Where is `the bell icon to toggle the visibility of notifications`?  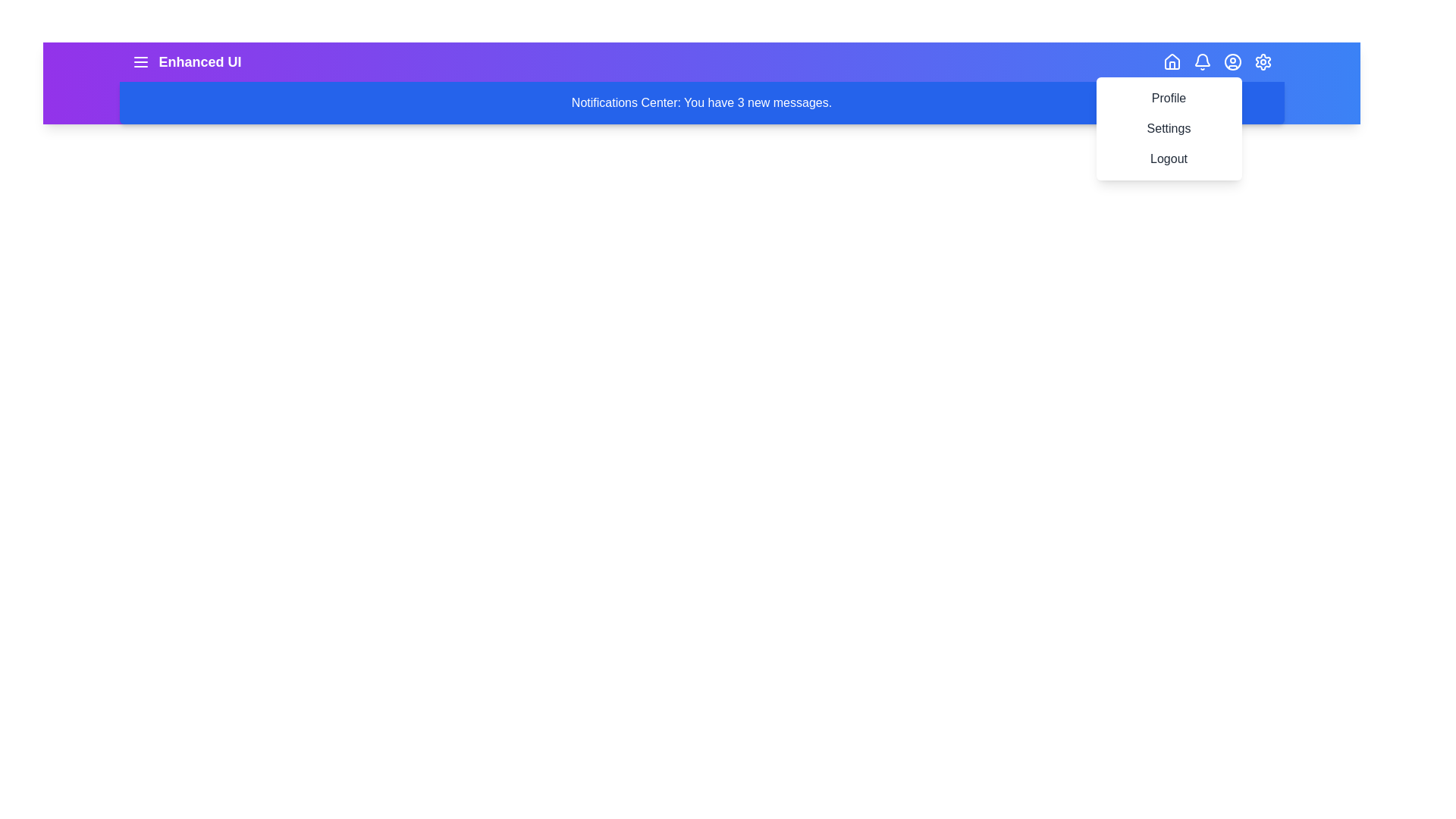
the bell icon to toggle the visibility of notifications is located at coordinates (1201, 61).